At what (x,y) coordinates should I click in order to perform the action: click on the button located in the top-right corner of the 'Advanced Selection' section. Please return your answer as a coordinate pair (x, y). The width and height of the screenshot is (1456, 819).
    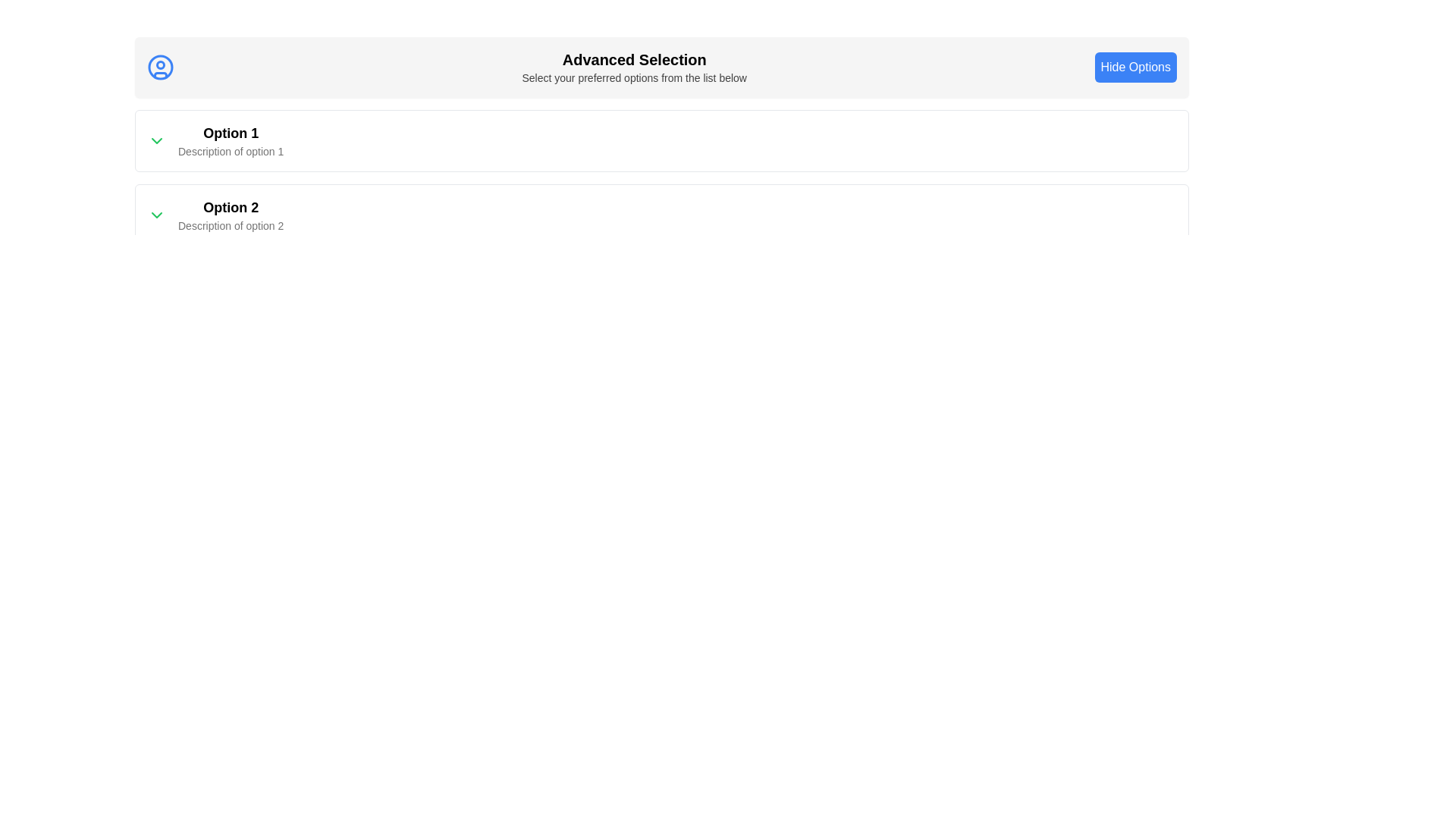
    Looking at the image, I should click on (1135, 66).